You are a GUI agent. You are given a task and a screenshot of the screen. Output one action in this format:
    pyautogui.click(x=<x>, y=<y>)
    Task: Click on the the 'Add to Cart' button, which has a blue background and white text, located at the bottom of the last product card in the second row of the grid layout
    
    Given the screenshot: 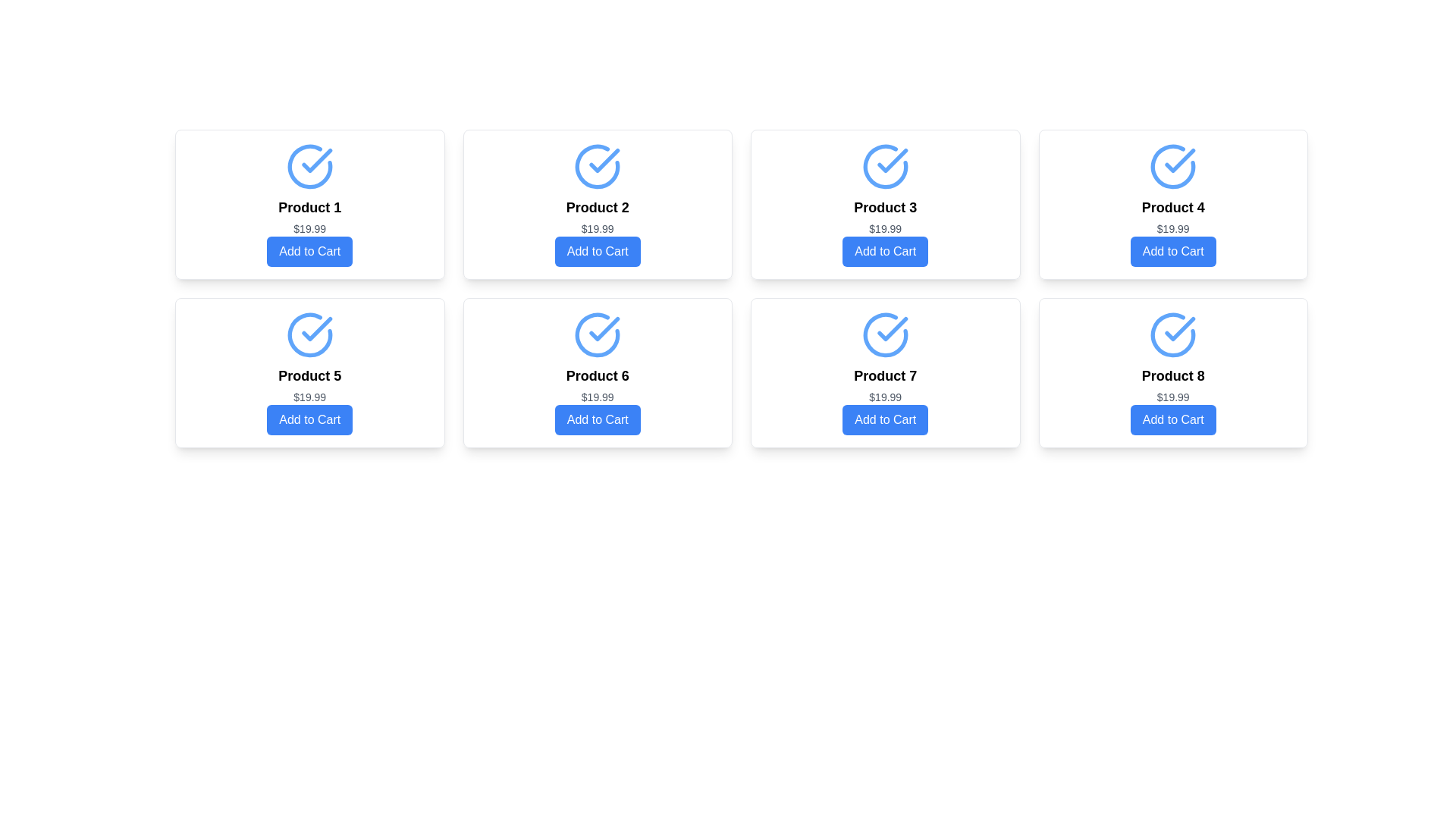 What is the action you would take?
    pyautogui.click(x=1172, y=420)
    